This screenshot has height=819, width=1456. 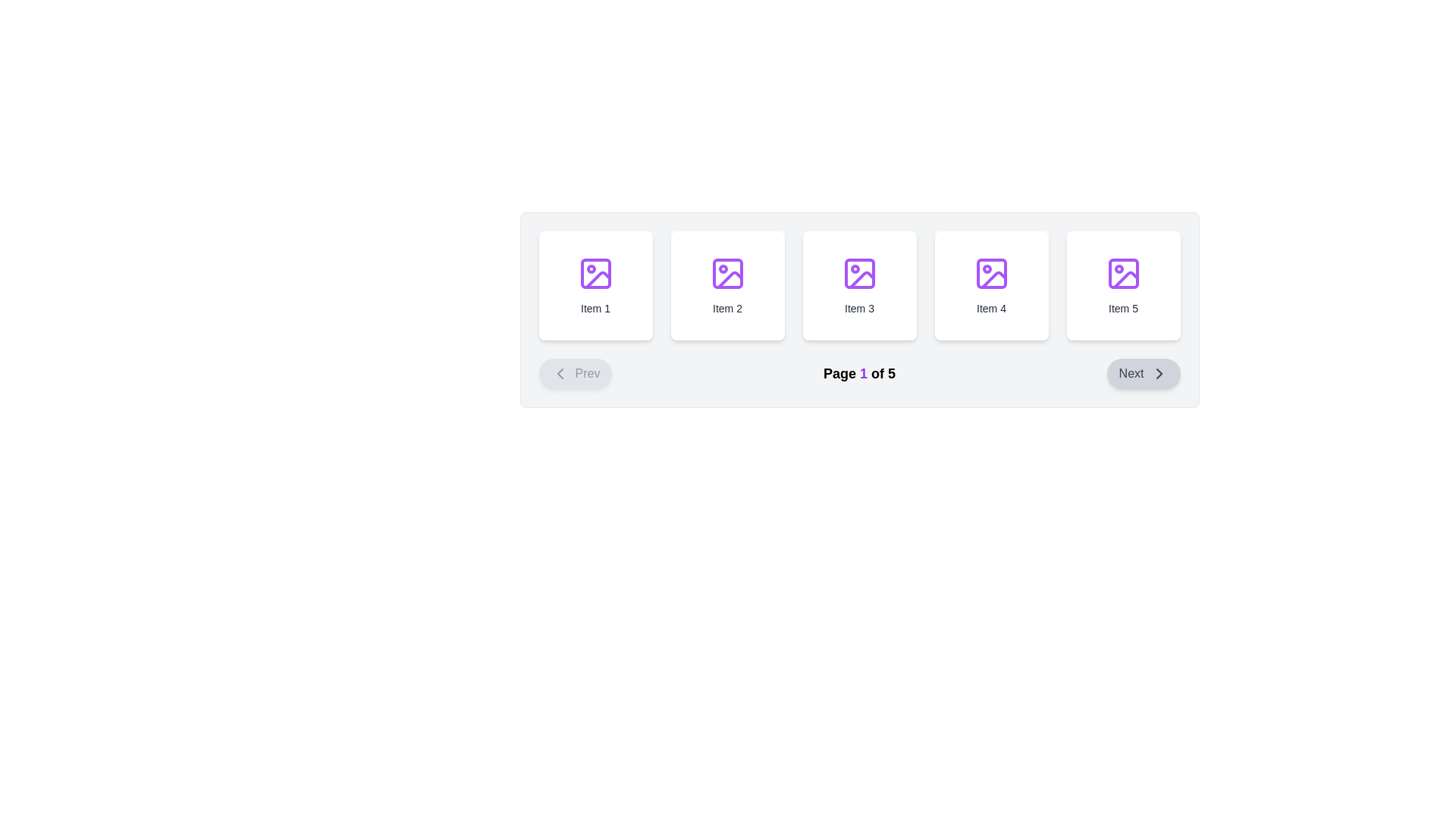 I want to click on the card labeled 'Item 3', which is the third card in a series of five, so click(x=859, y=286).